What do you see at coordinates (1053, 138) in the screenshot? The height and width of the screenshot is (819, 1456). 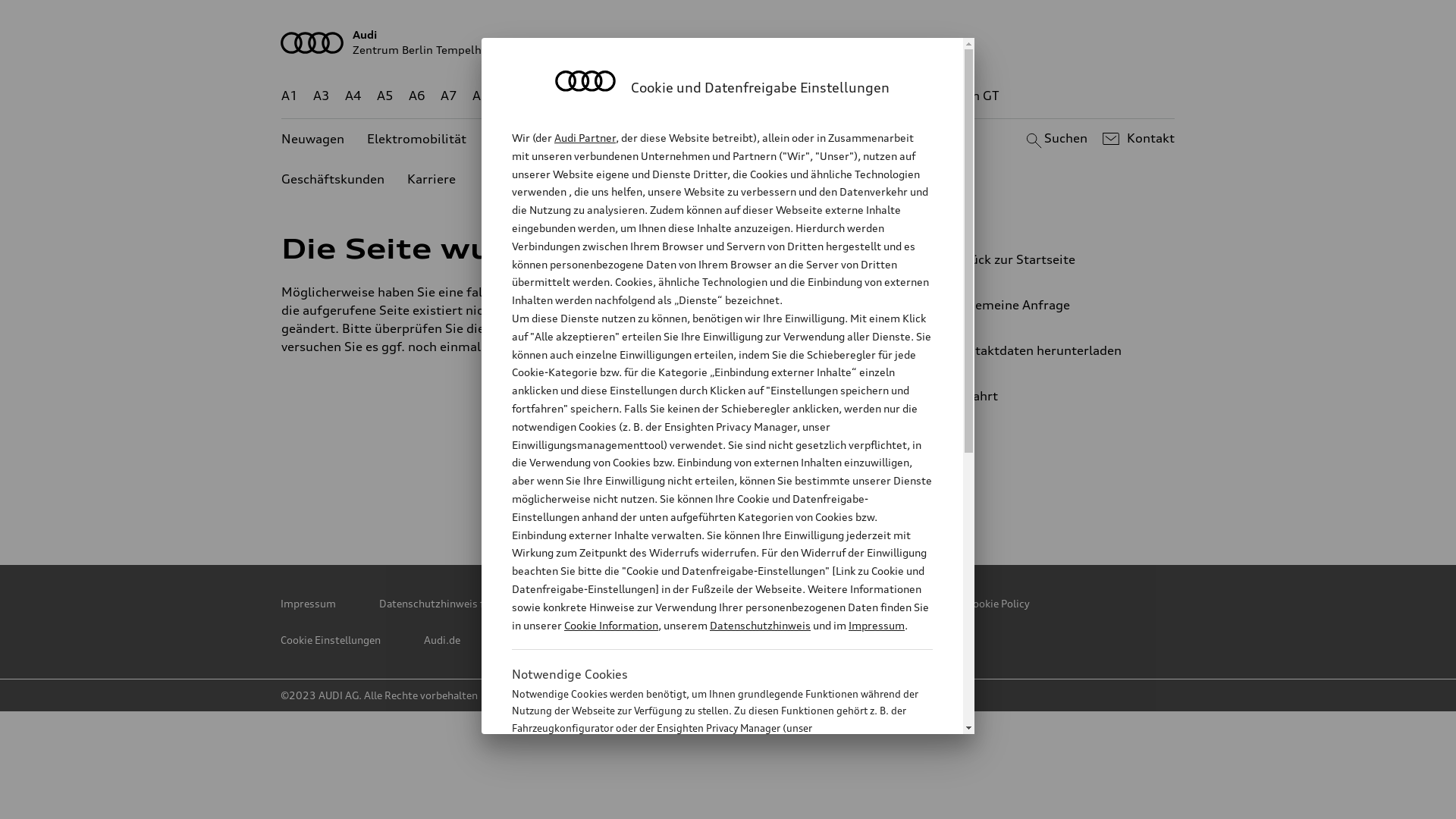 I see `'Suchen'` at bounding box center [1053, 138].